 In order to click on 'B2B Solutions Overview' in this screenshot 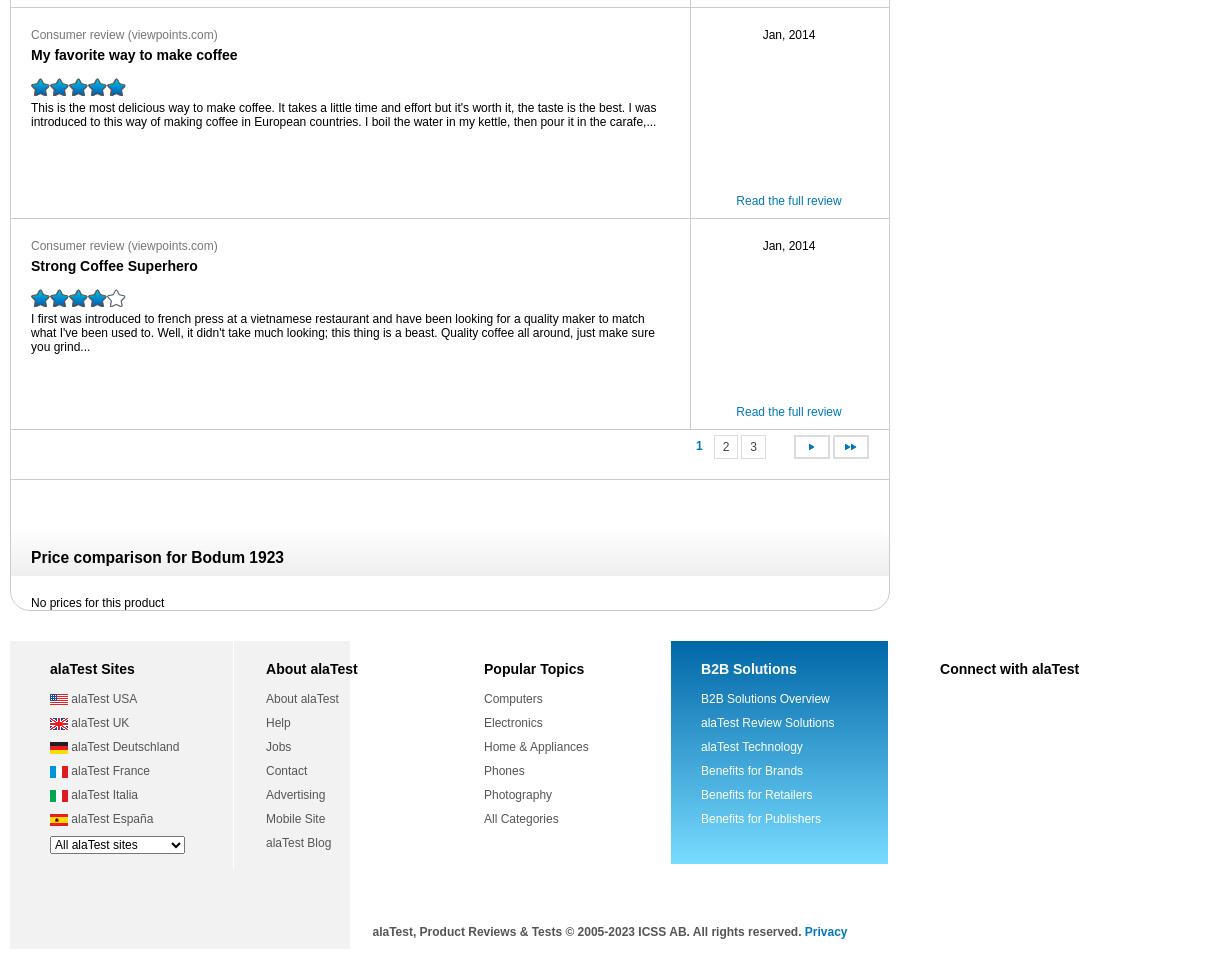, I will do `click(699, 699)`.